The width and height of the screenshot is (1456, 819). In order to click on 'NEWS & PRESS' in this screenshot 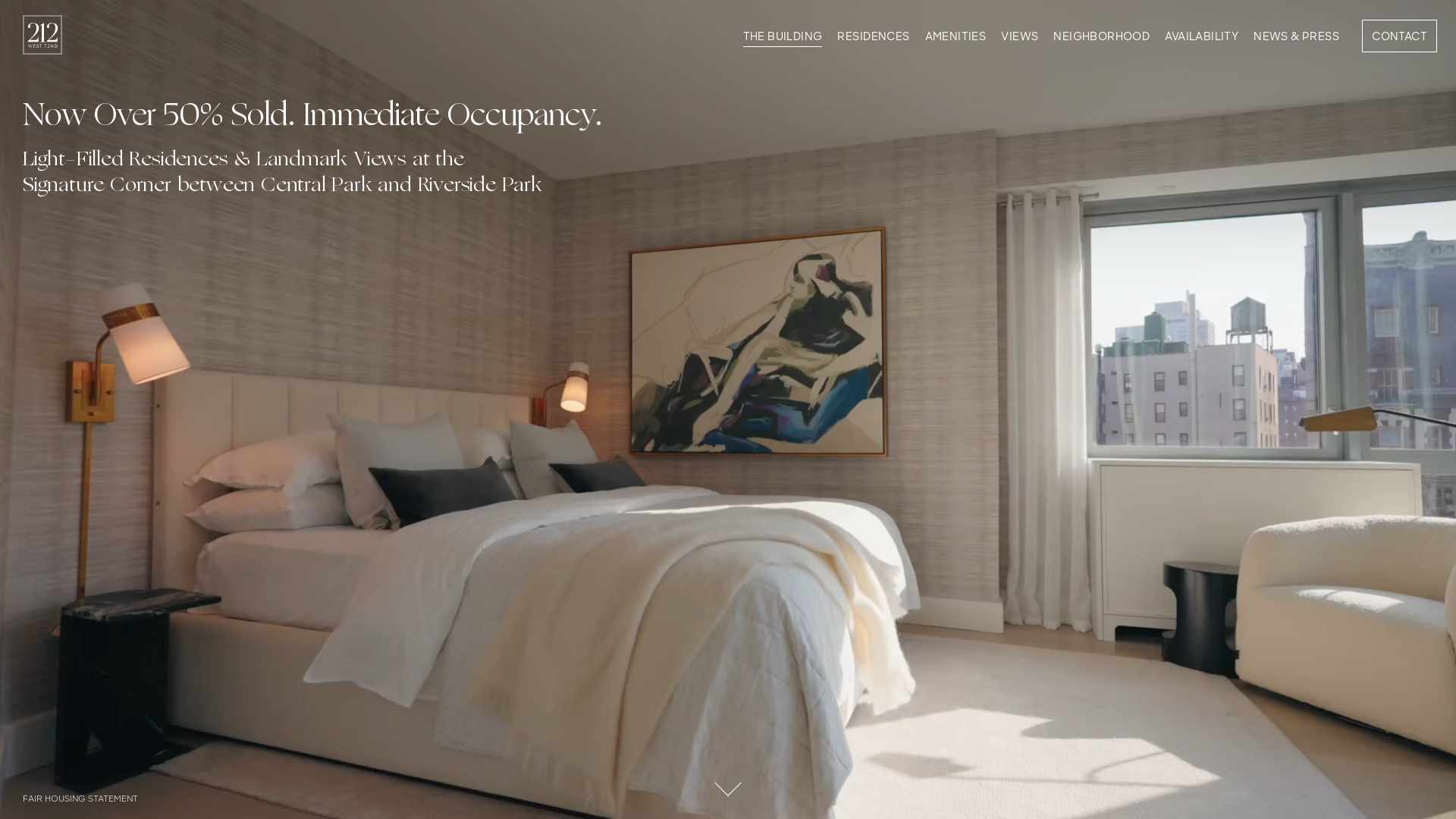, I will do `click(1295, 39)`.